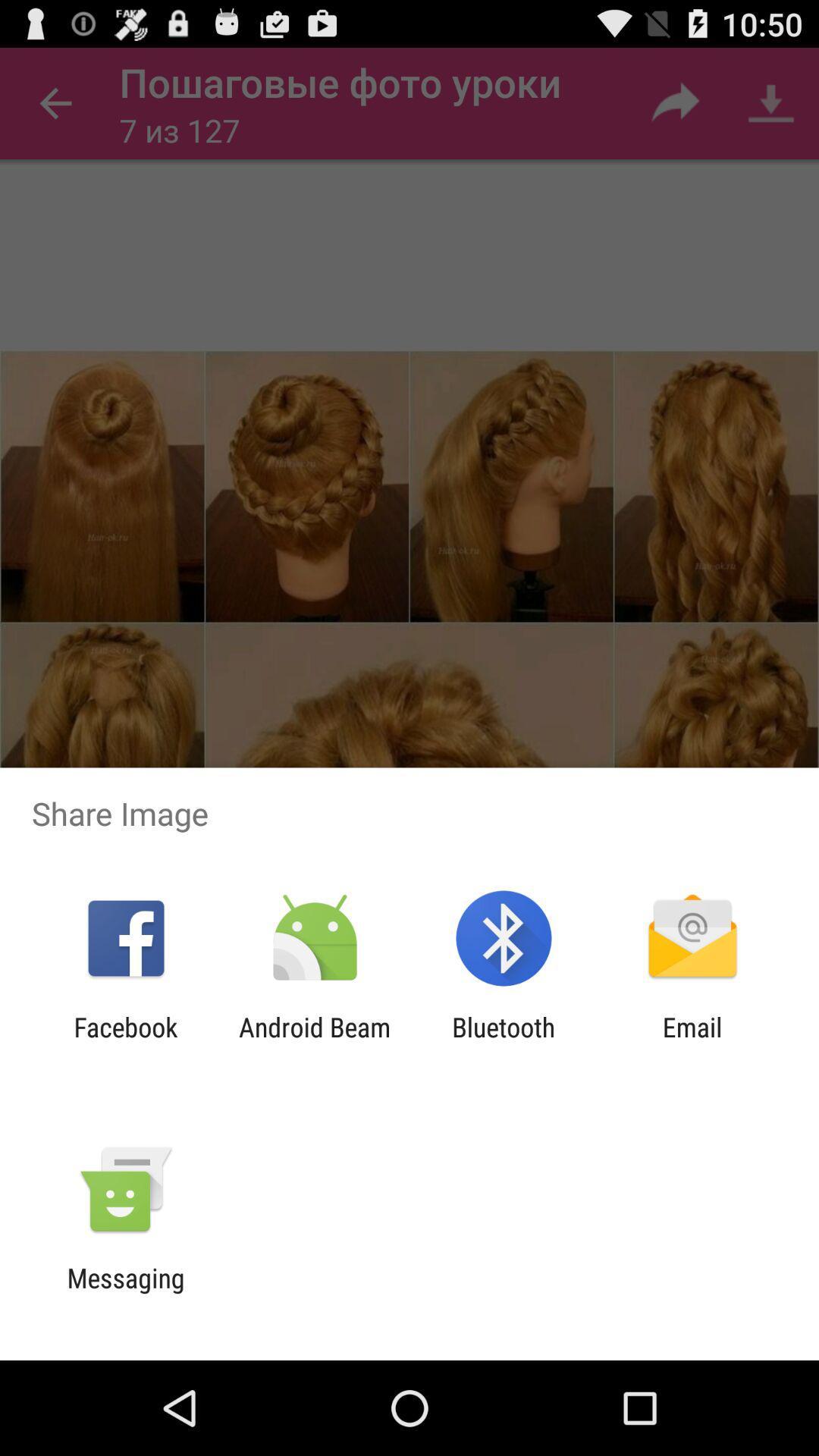 The width and height of the screenshot is (819, 1456). What do you see at coordinates (504, 1042) in the screenshot?
I see `item to the right of android beam icon` at bounding box center [504, 1042].